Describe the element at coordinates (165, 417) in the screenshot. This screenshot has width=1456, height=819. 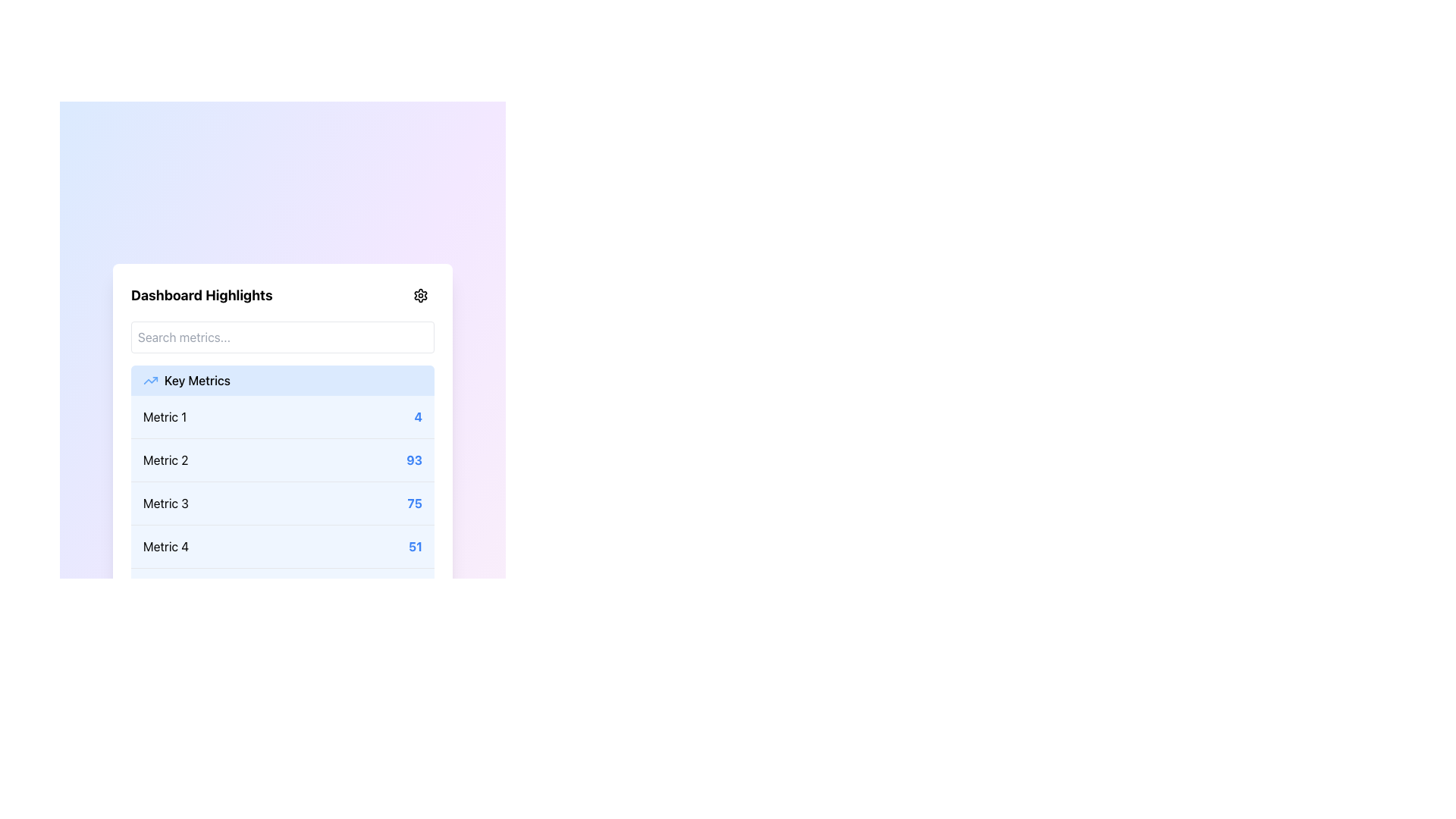
I see `the text label in the 'Key Metrics' section that identifies the associated metric value '4'` at that location.